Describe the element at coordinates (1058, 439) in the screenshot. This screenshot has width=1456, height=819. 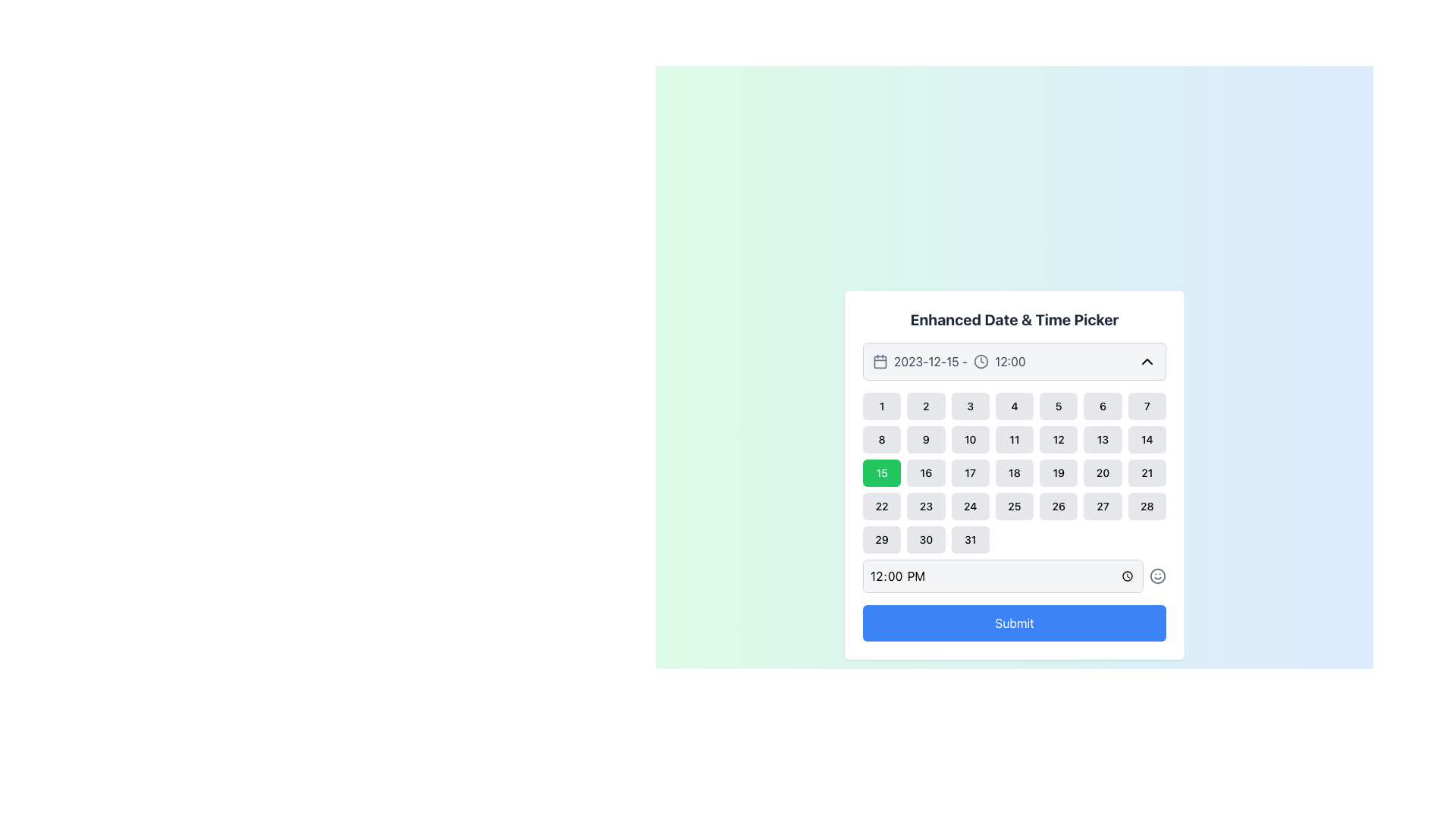
I see `the rounded button with a gray background labeled '12'` at that location.